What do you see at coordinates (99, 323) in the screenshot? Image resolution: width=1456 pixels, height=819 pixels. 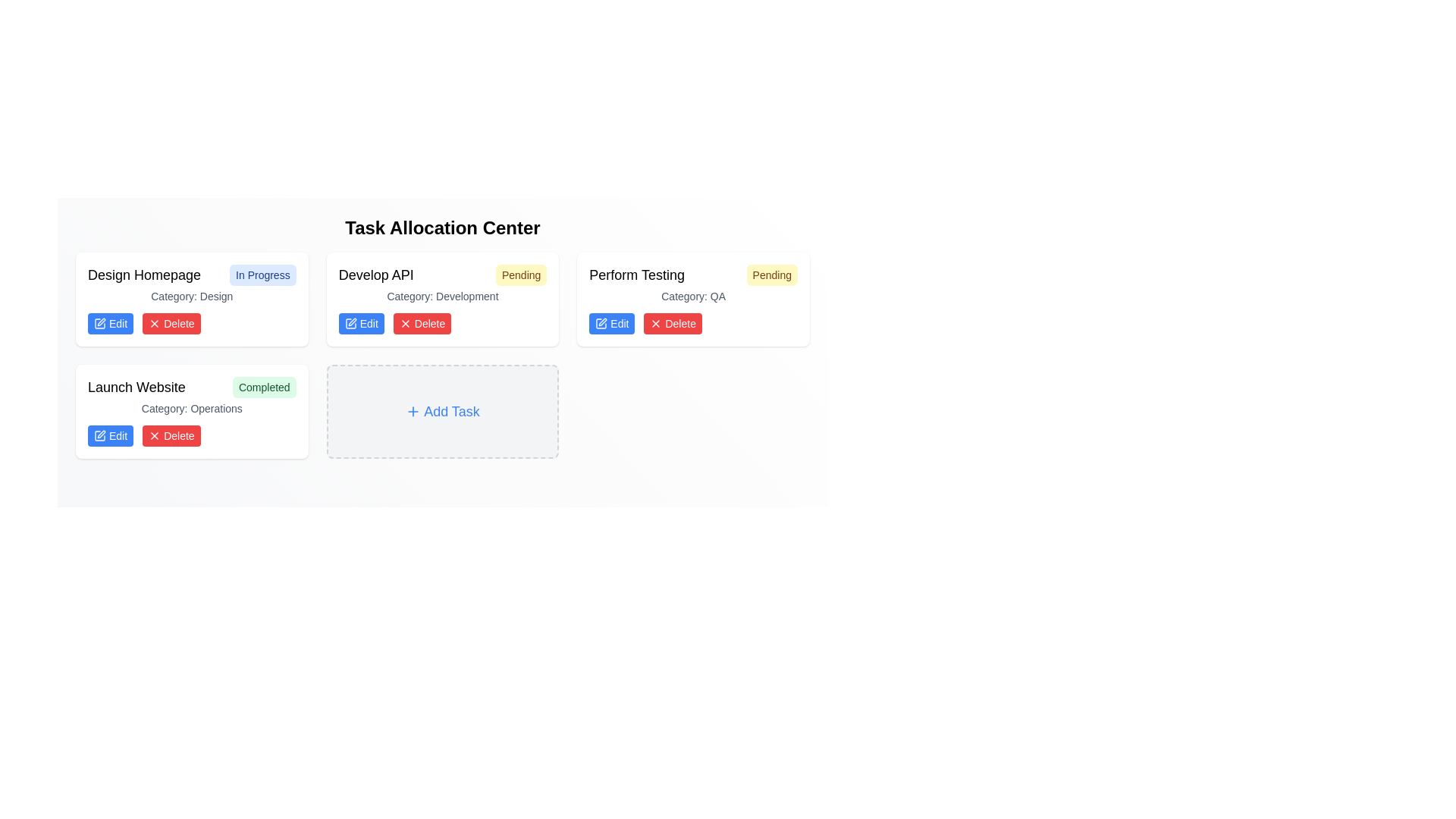 I see `the edit icon located within the blue 'Edit' button at the bottom left corner of the 'Design Homepage' card in the Task Allocation Center interface to initiate an edit action` at bounding box center [99, 323].